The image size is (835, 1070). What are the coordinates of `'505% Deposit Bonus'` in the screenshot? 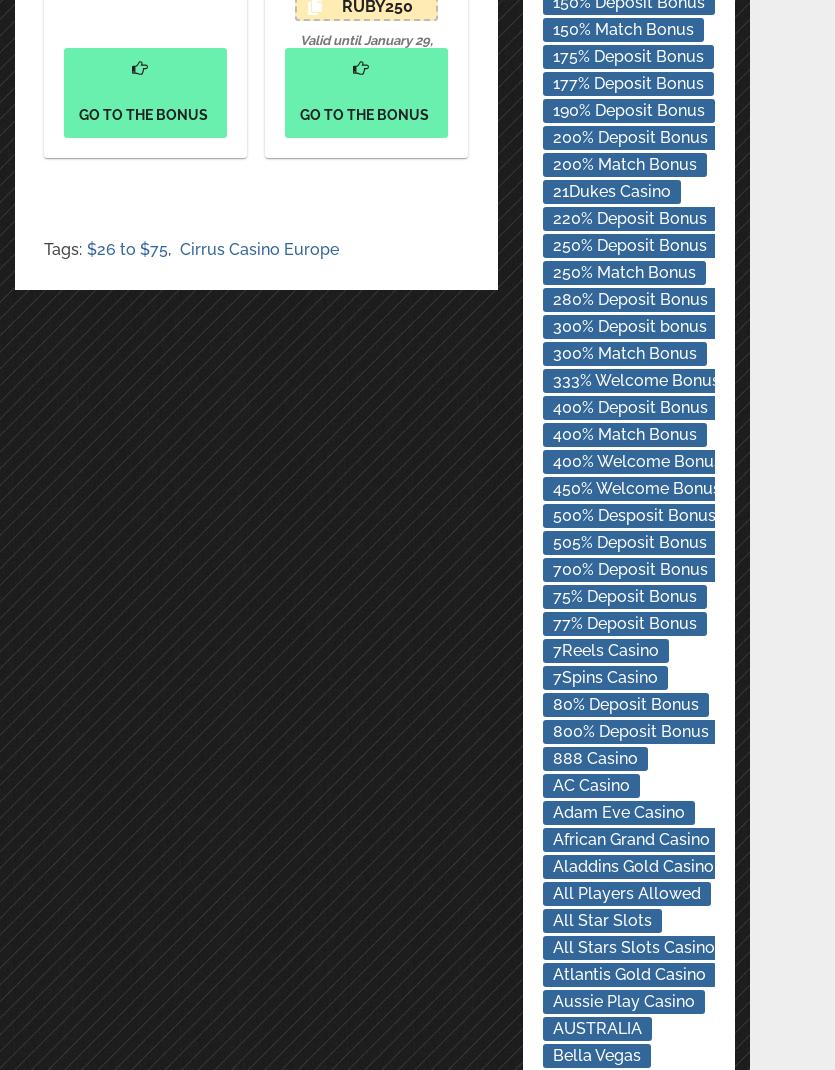 It's located at (552, 541).